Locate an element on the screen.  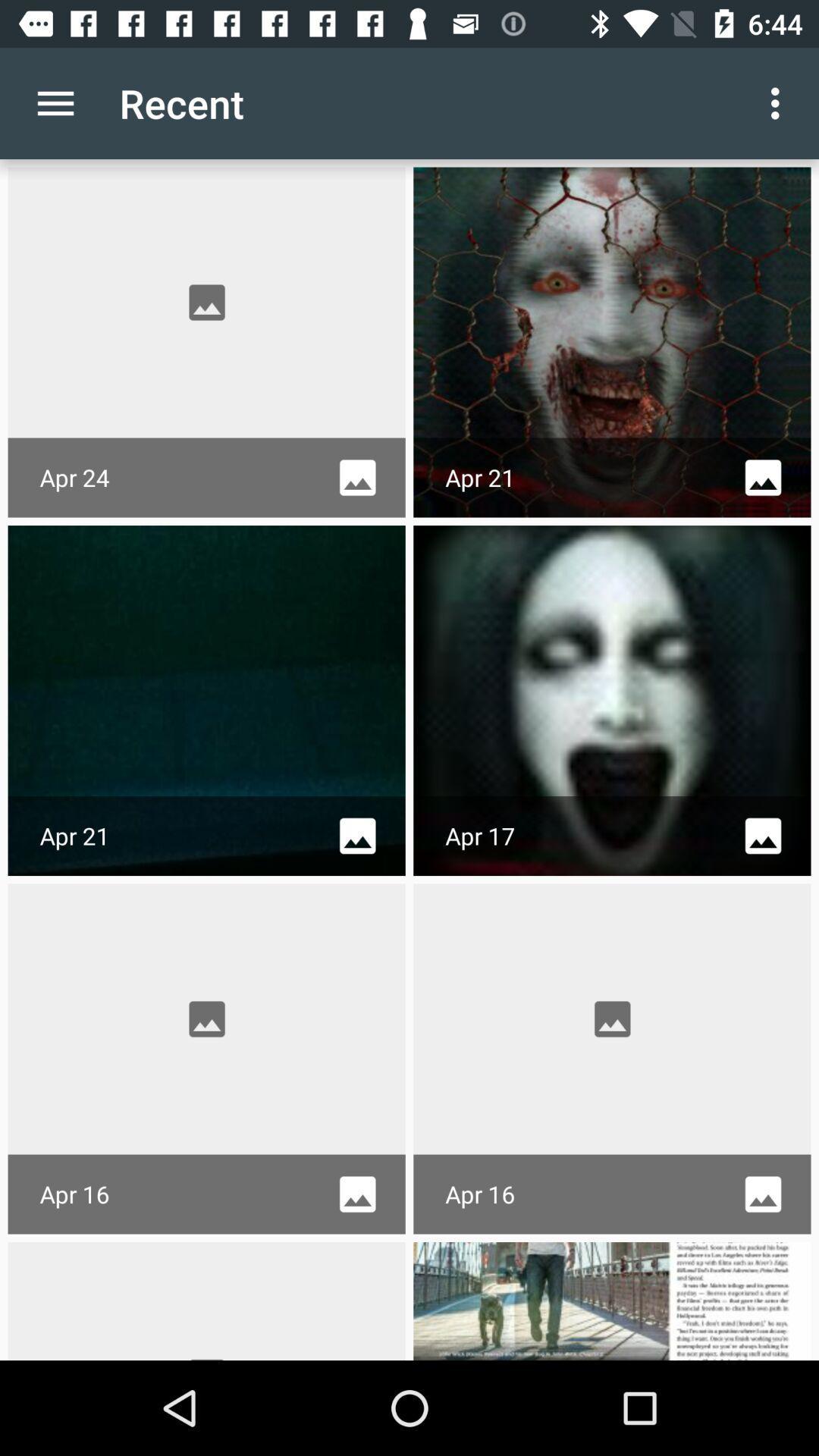
app next to recent is located at coordinates (779, 102).